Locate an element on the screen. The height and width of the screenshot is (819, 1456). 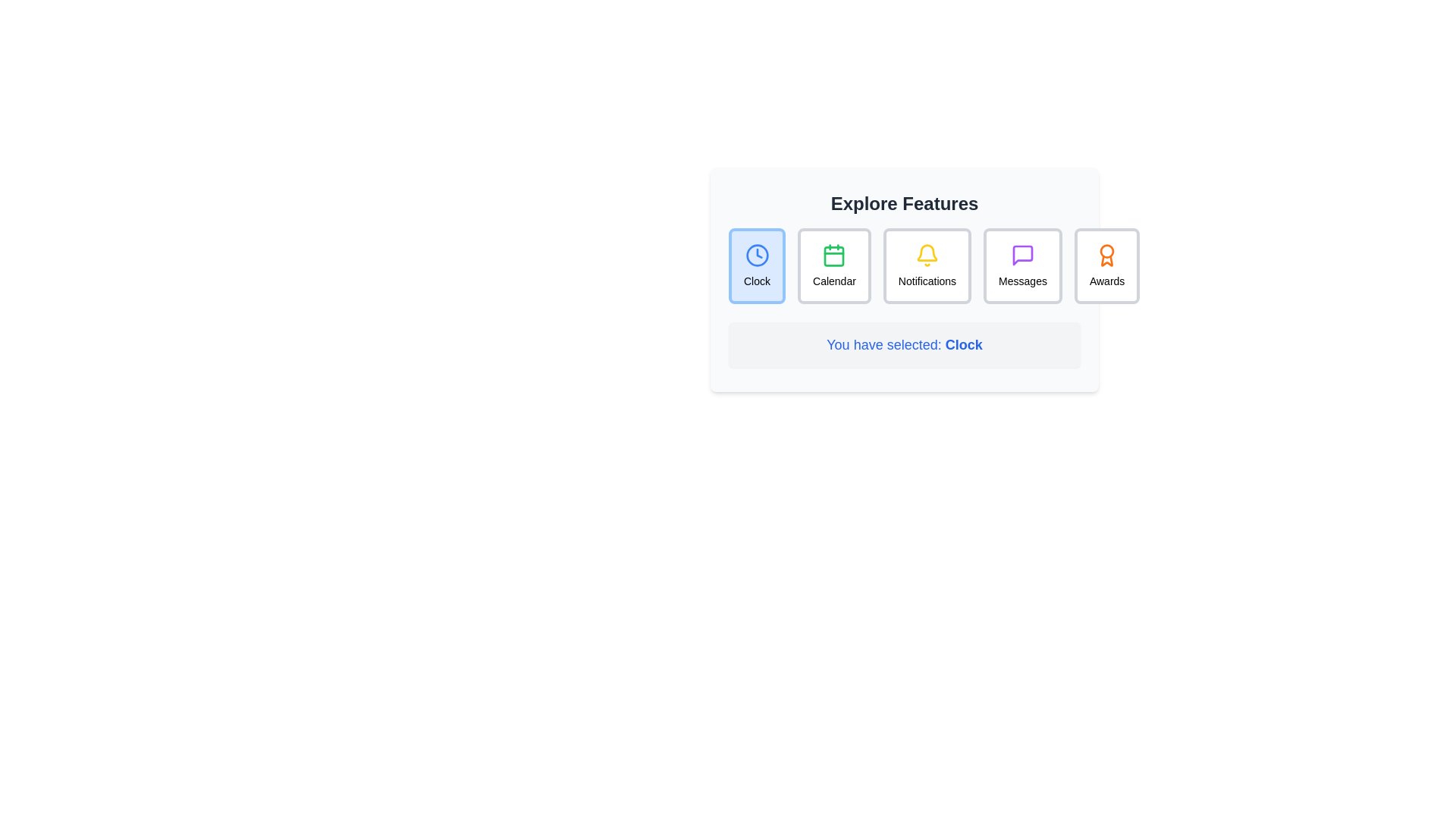
the 'Calendar' button, which is a rectangular button with a white background and gray border, featuring a green calendar icon at the top and the word 'Calendar' in black below it is located at coordinates (833, 265).